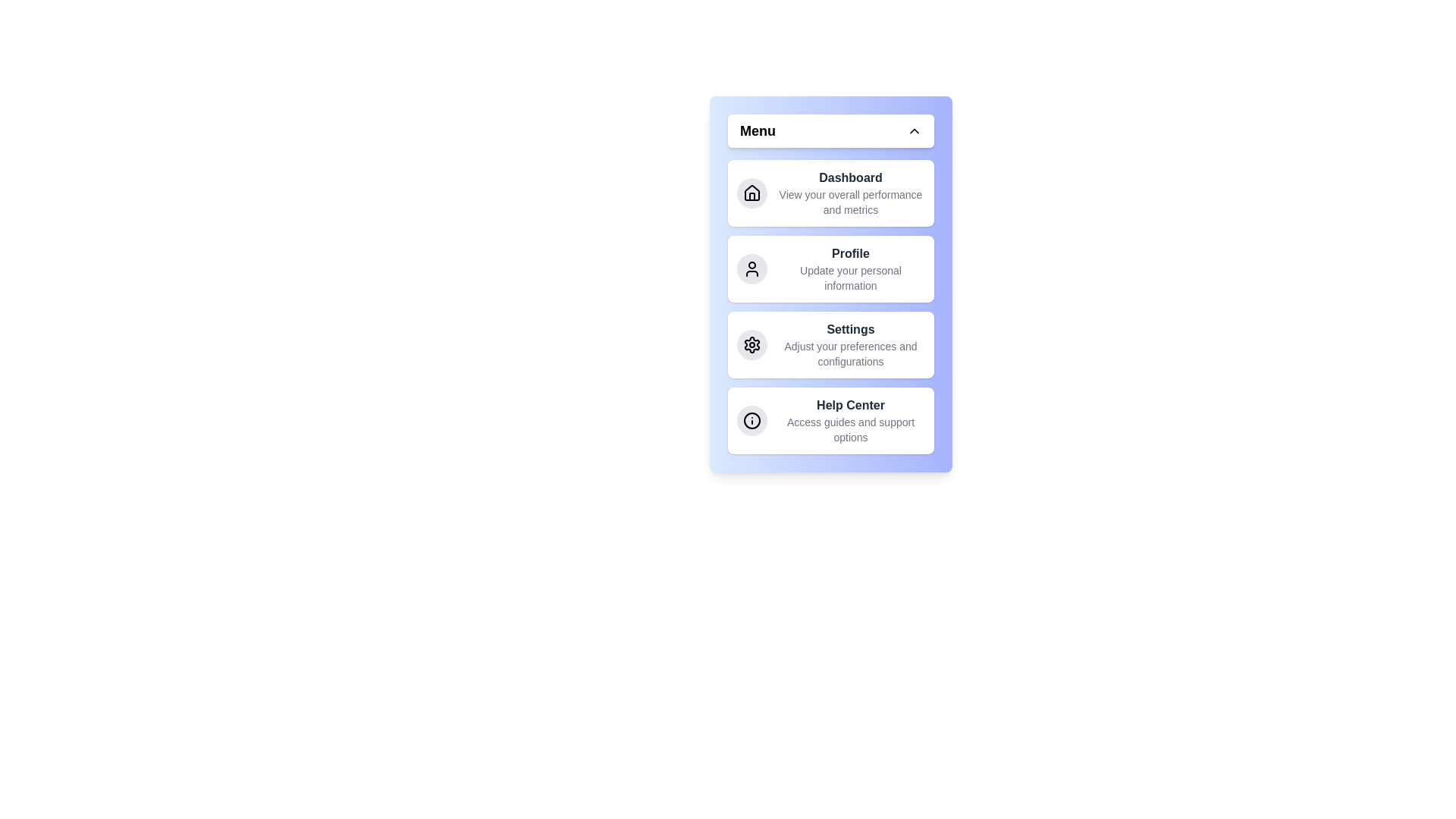 The height and width of the screenshot is (819, 1456). I want to click on the menu item labeled Help Center to navigate to its section, so click(830, 421).